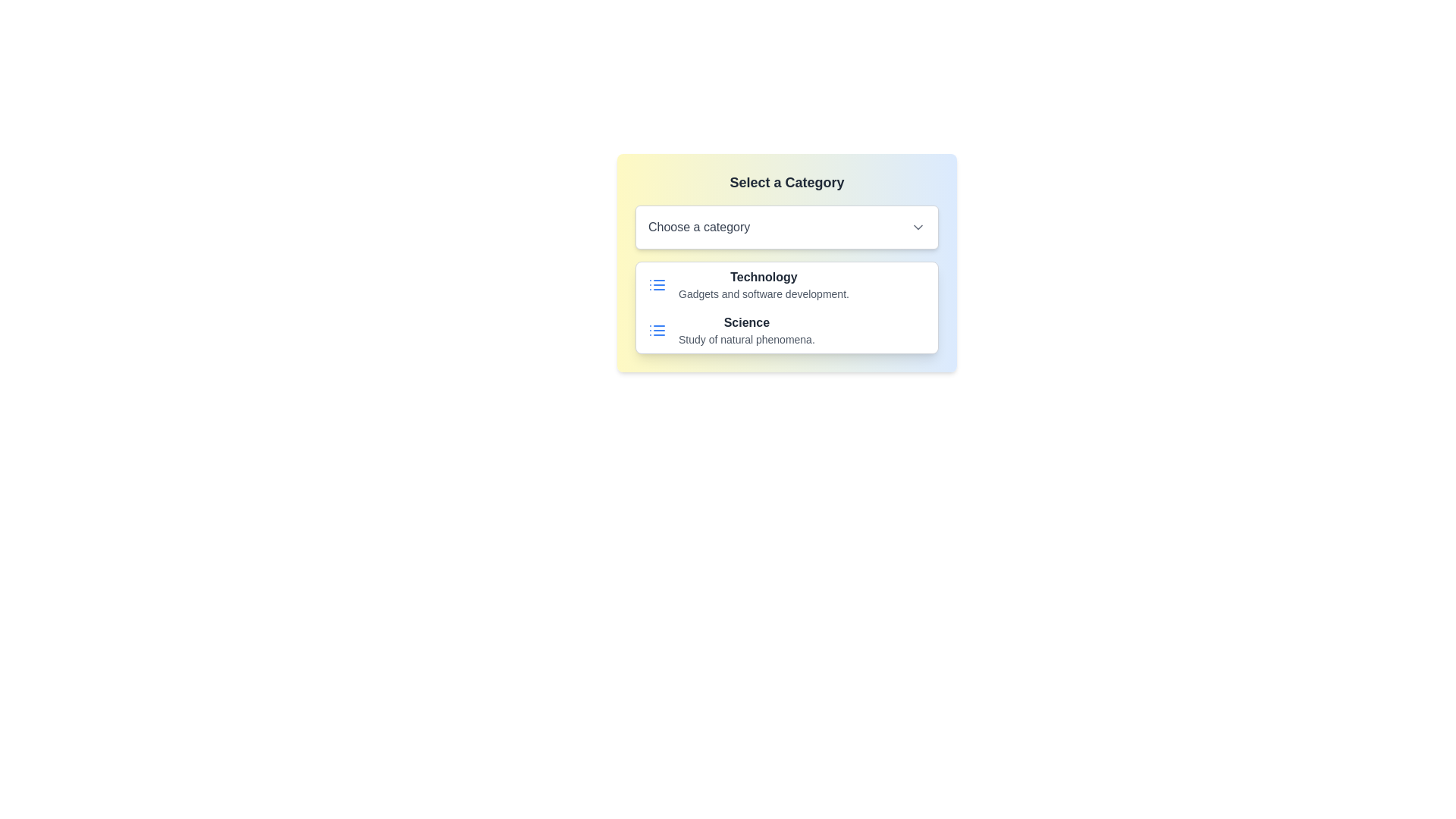 This screenshot has height=819, width=1456. Describe the element at coordinates (746, 329) in the screenshot. I see `the text block labeled 'Science' which describes the 'Study of natural phenomena.' for additional actions` at that location.